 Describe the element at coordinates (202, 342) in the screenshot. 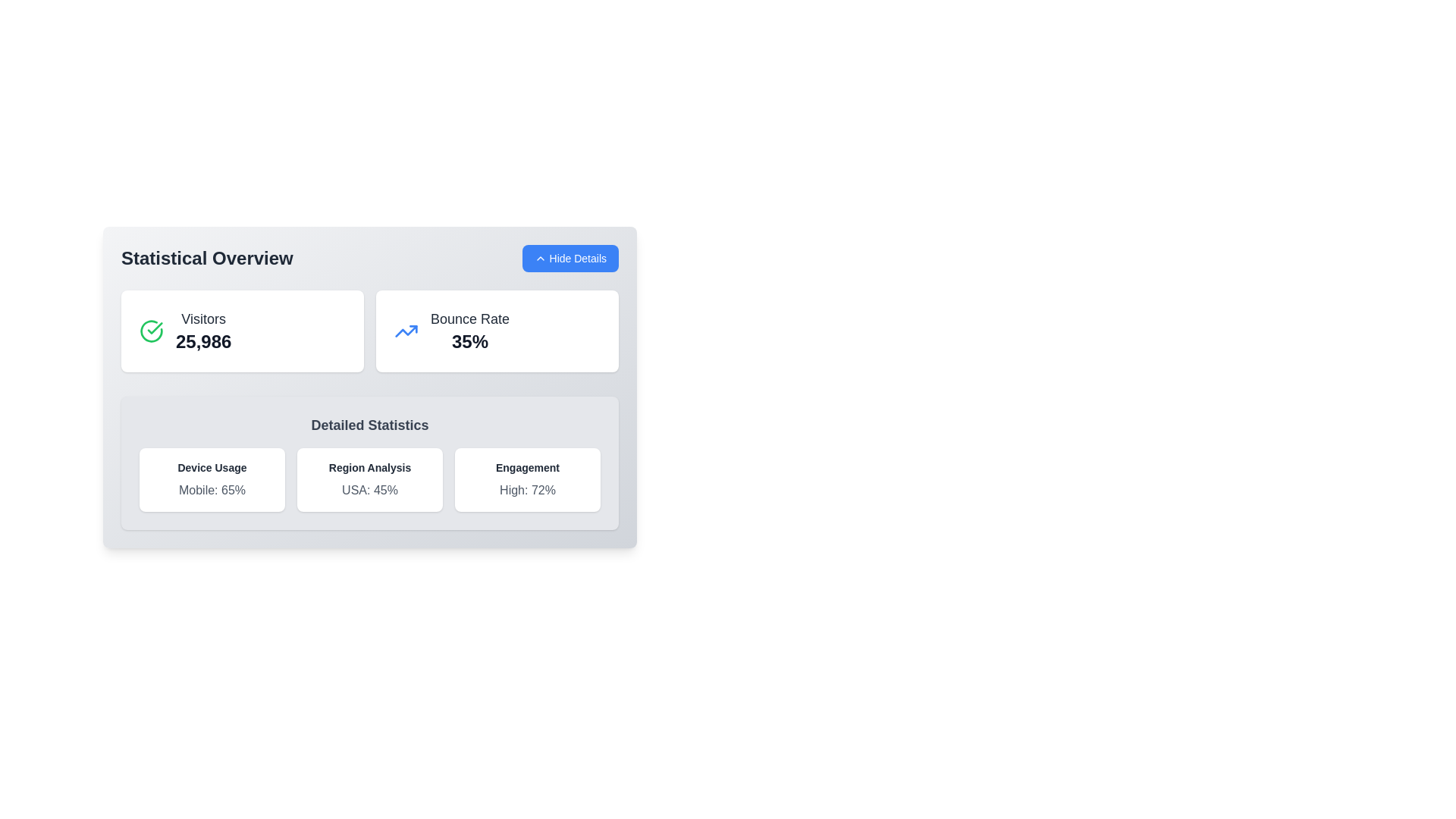

I see `the static text displaying '25,986' located under the 'Visitors' label in the top-left section of the interface` at that location.